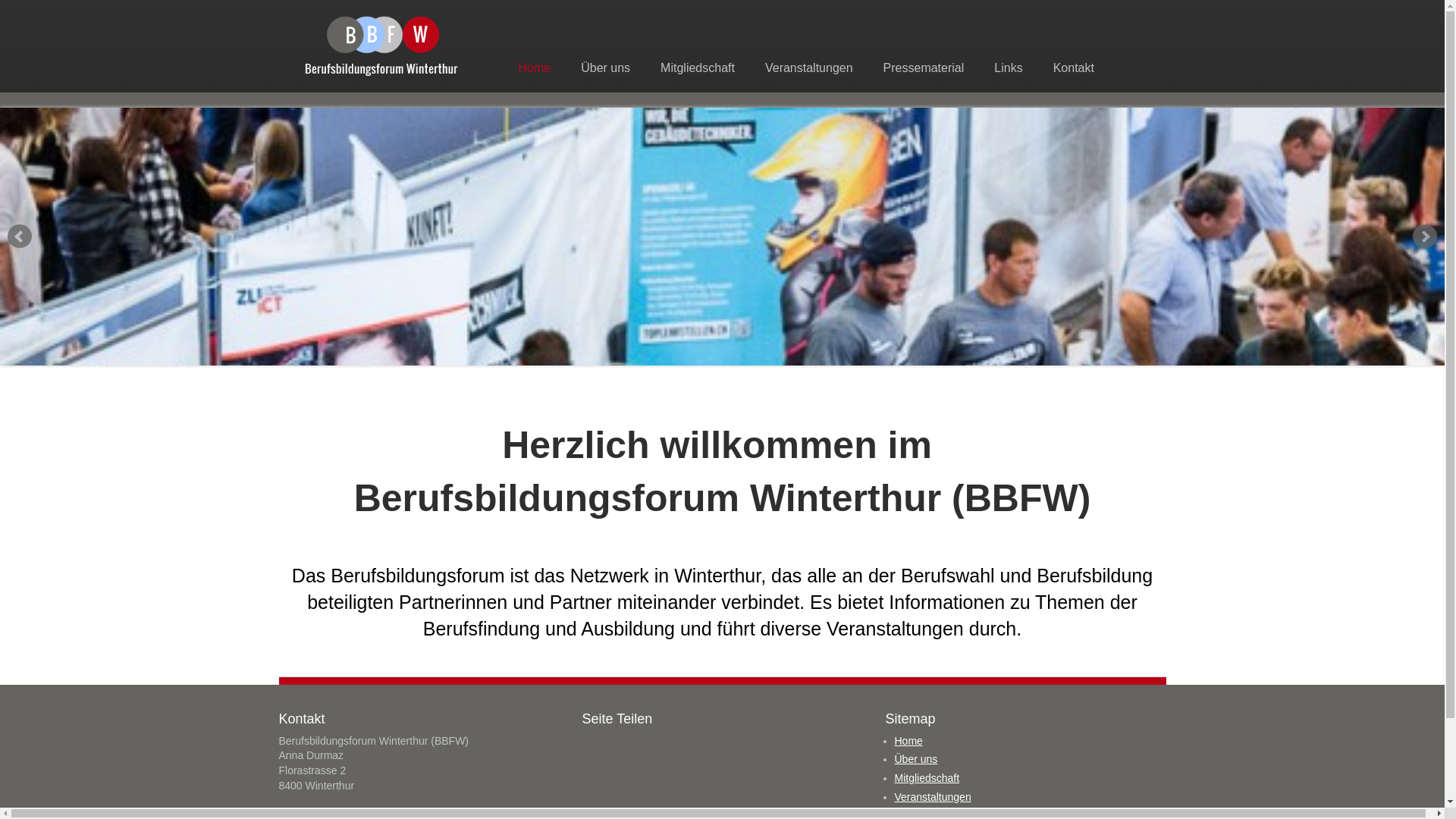  I want to click on 'Veranstaltungen', so click(808, 67).